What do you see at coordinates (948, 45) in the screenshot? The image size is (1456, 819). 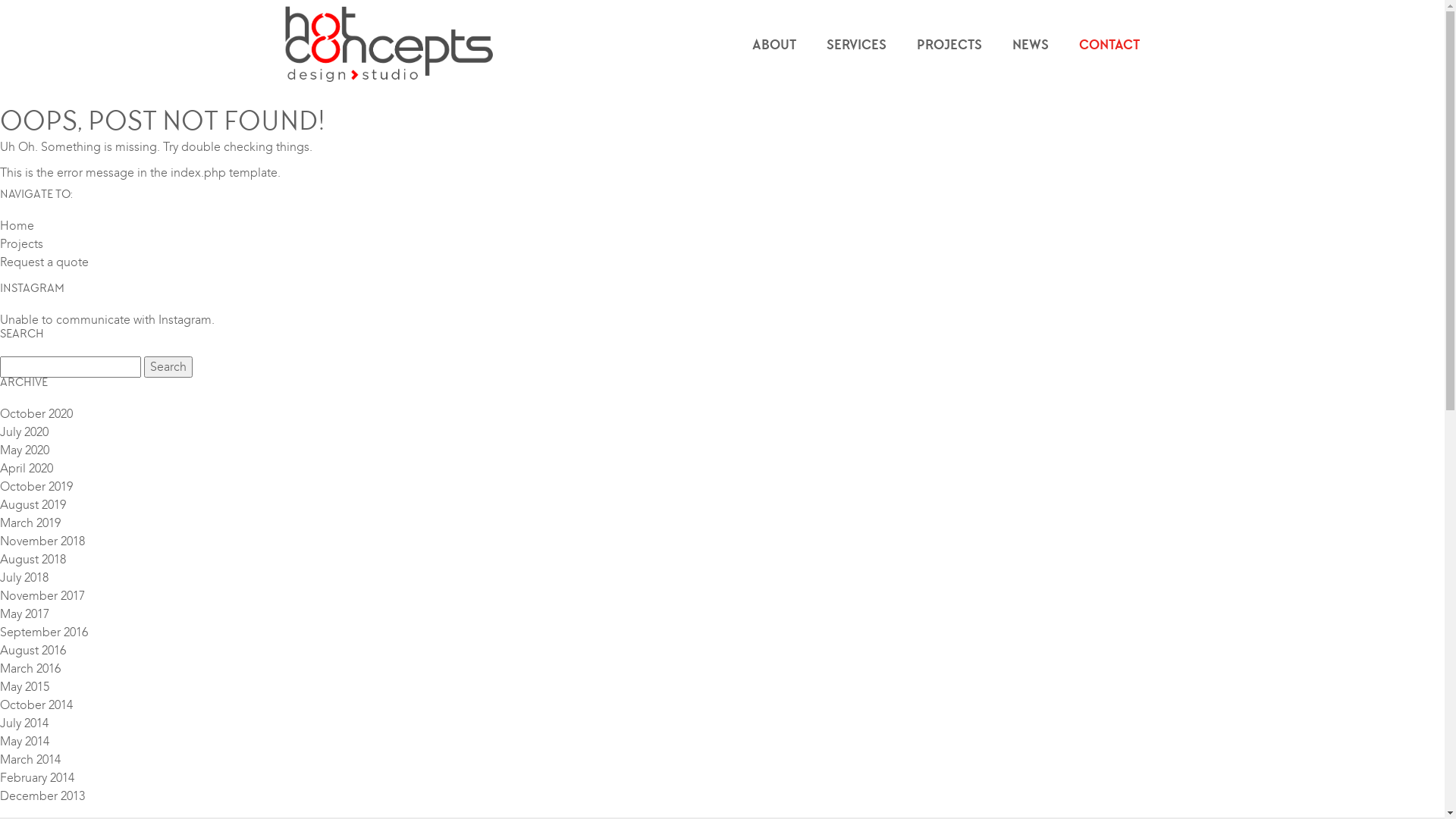 I see `'PROJECTS'` at bounding box center [948, 45].